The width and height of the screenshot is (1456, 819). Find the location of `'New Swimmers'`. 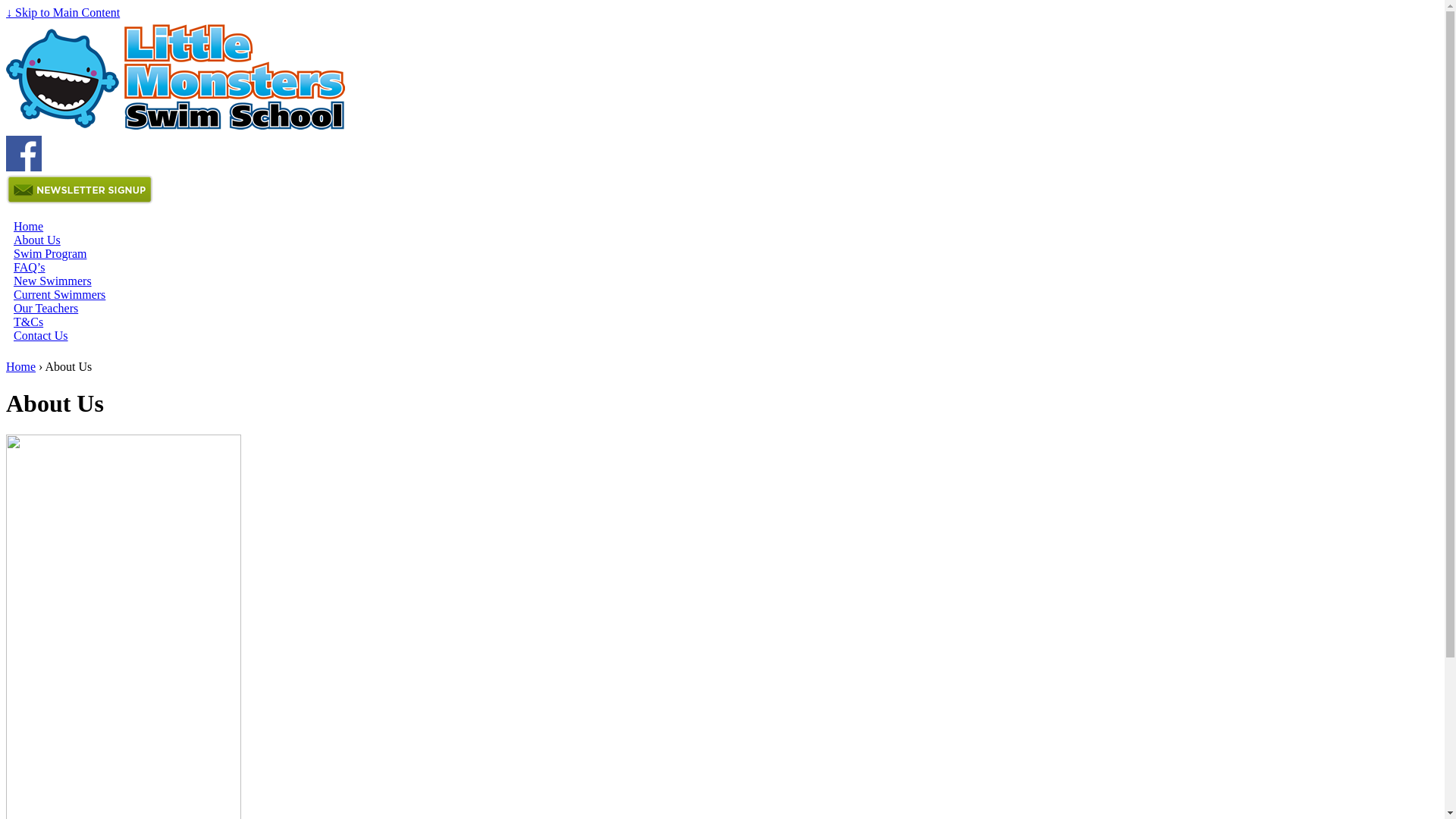

'New Swimmers' is located at coordinates (52, 281).